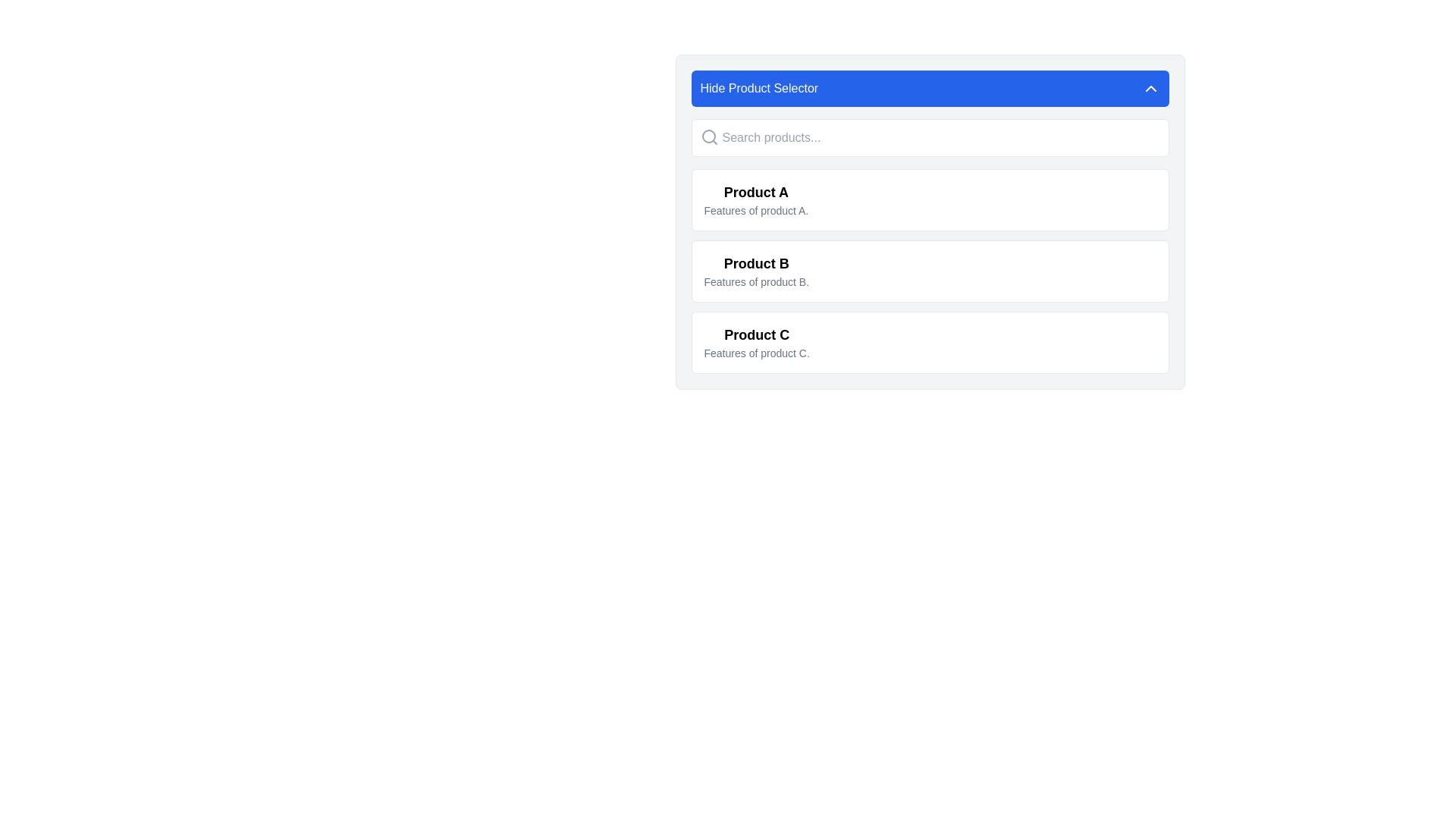  Describe the element at coordinates (756, 199) in the screenshot. I see `the heading and subheading text element labeled 'Product A'` at that location.